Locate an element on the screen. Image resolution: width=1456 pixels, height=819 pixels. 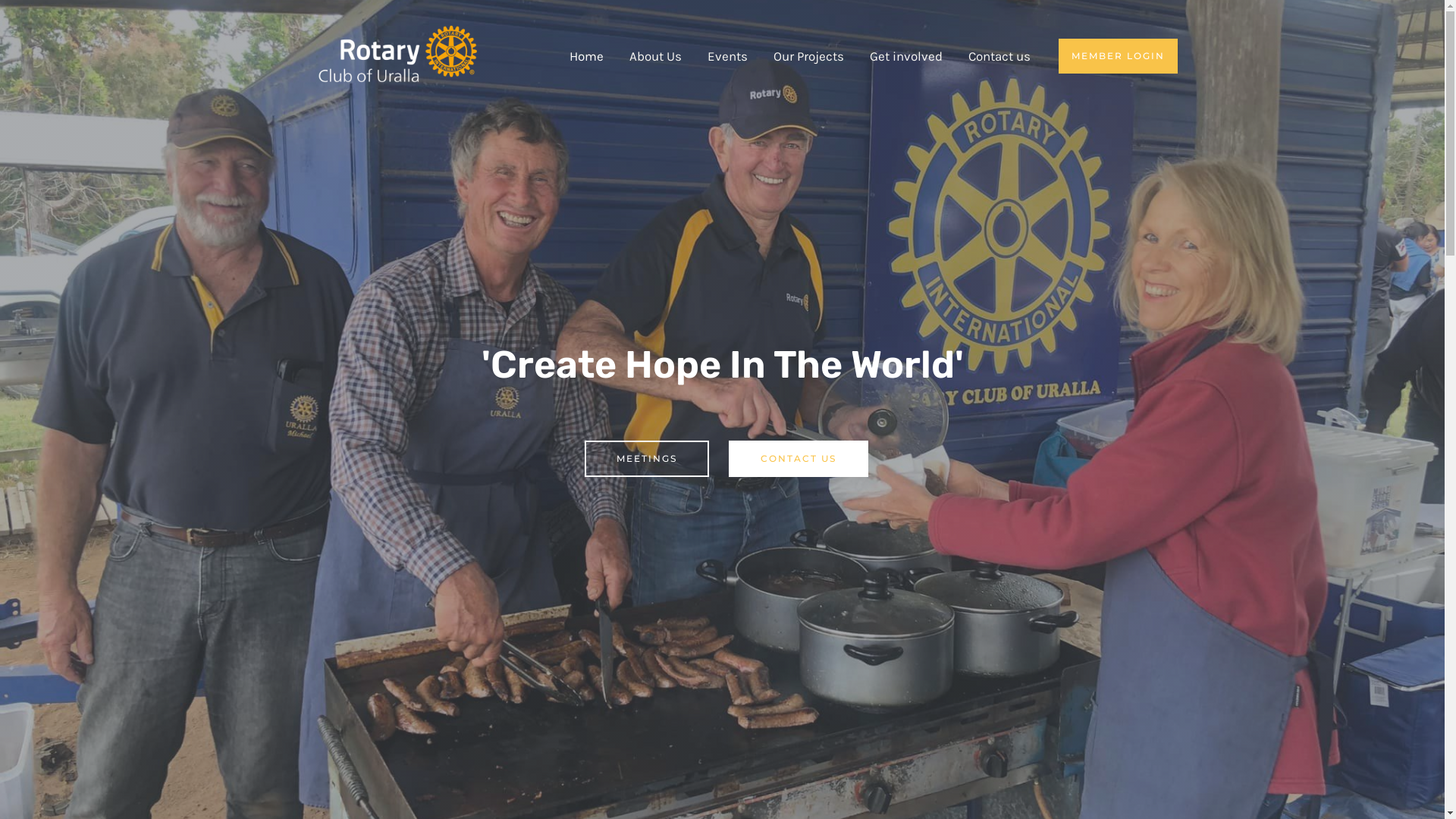
'Events' is located at coordinates (726, 55).